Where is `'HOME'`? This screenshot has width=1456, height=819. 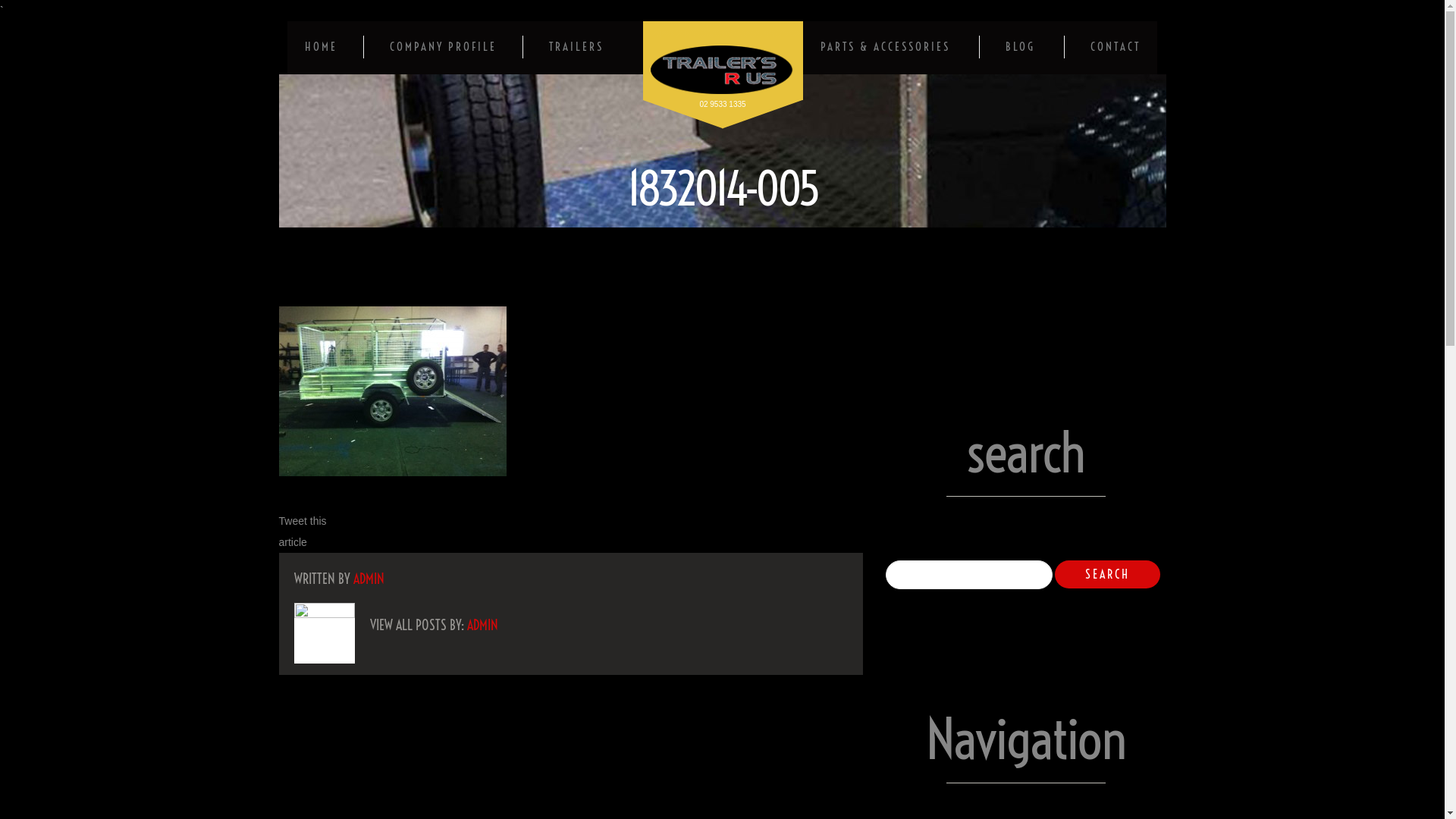
'HOME' is located at coordinates (320, 45).